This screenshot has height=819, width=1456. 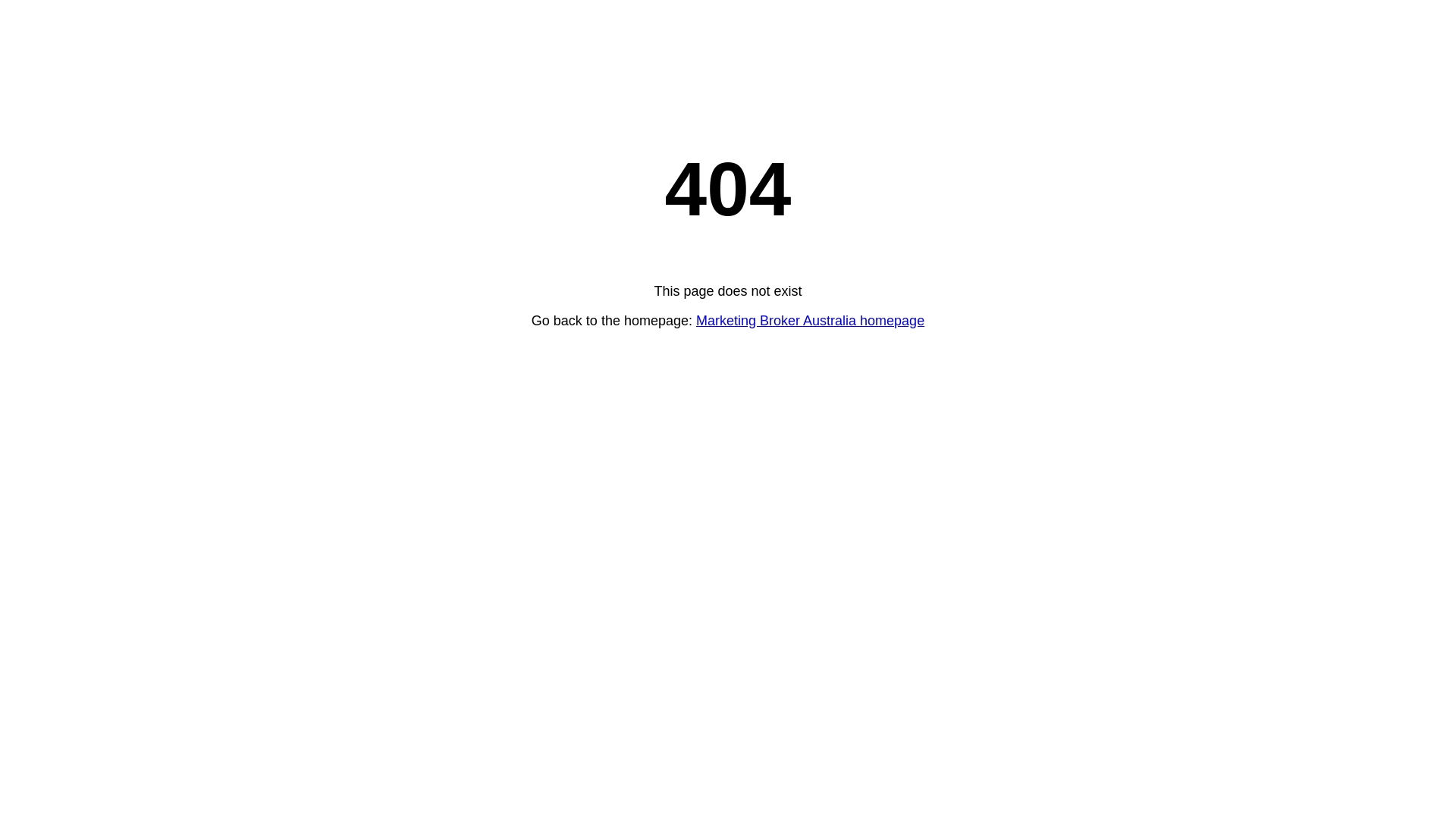 What do you see at coordinates (809, 320) in the screenshot?
I see `'Marketing Broker Australia homepage'` at bounding box center [809, 320].